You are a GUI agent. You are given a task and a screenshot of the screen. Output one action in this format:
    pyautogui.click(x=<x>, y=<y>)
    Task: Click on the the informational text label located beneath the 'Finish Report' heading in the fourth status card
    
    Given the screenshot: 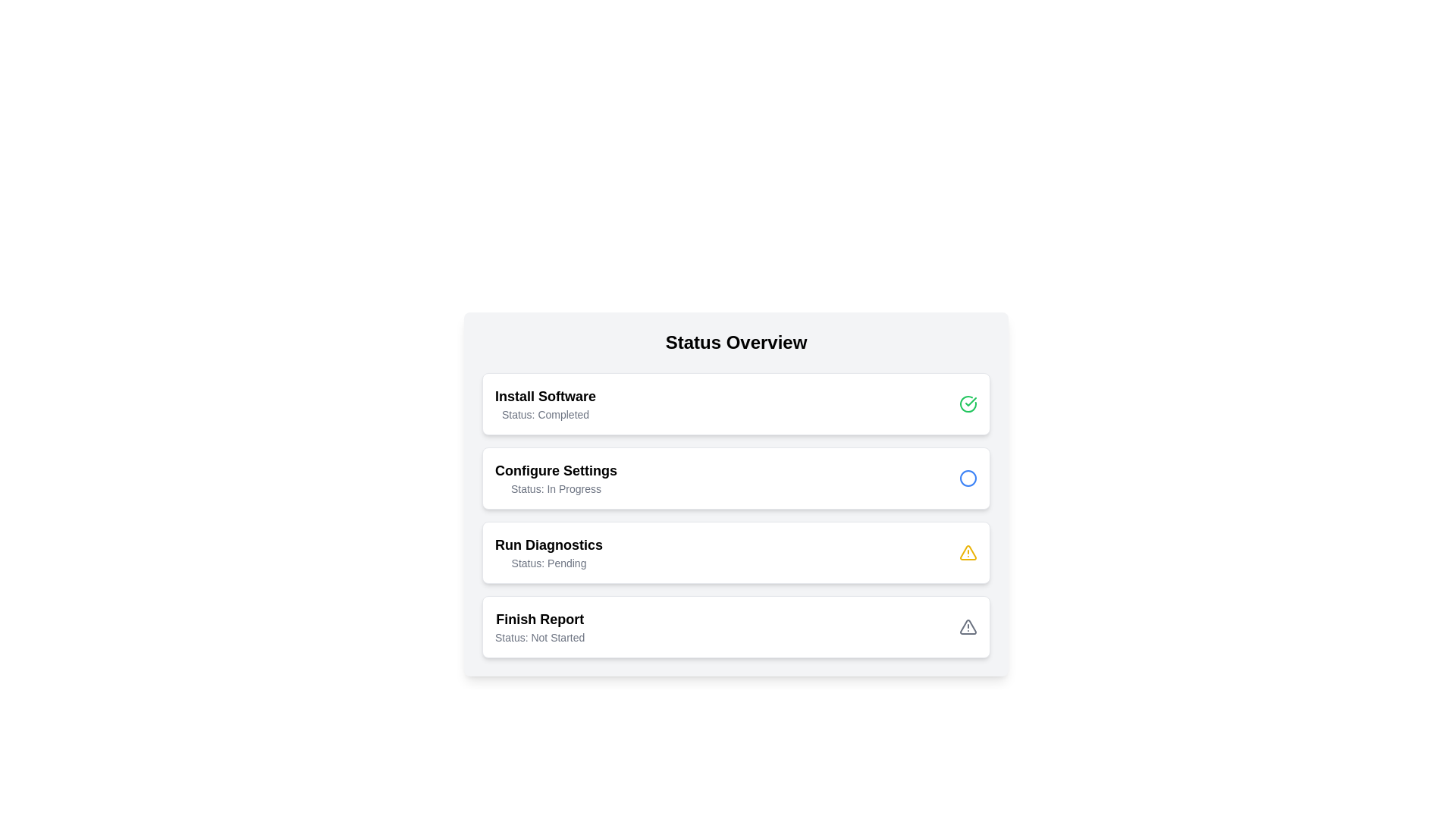 What is the action you would take?
    pyautogui.click(x=540, y=637)
    